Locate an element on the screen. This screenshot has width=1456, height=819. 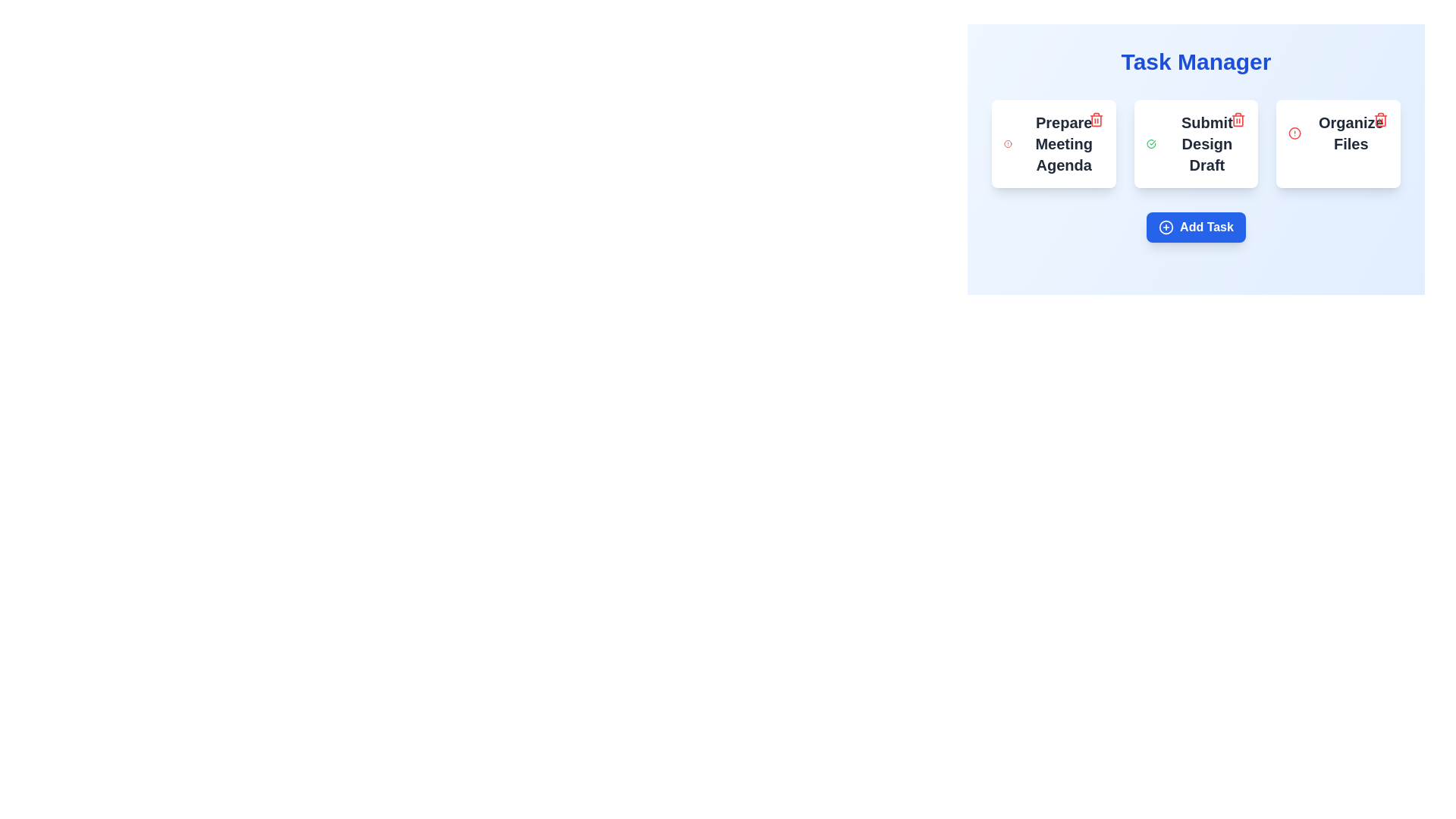
the circular graphical element of the 'plus inside a circle' icon located at the center of the 'Add Task' button in the task management section is located at coordinates (1166, 227).